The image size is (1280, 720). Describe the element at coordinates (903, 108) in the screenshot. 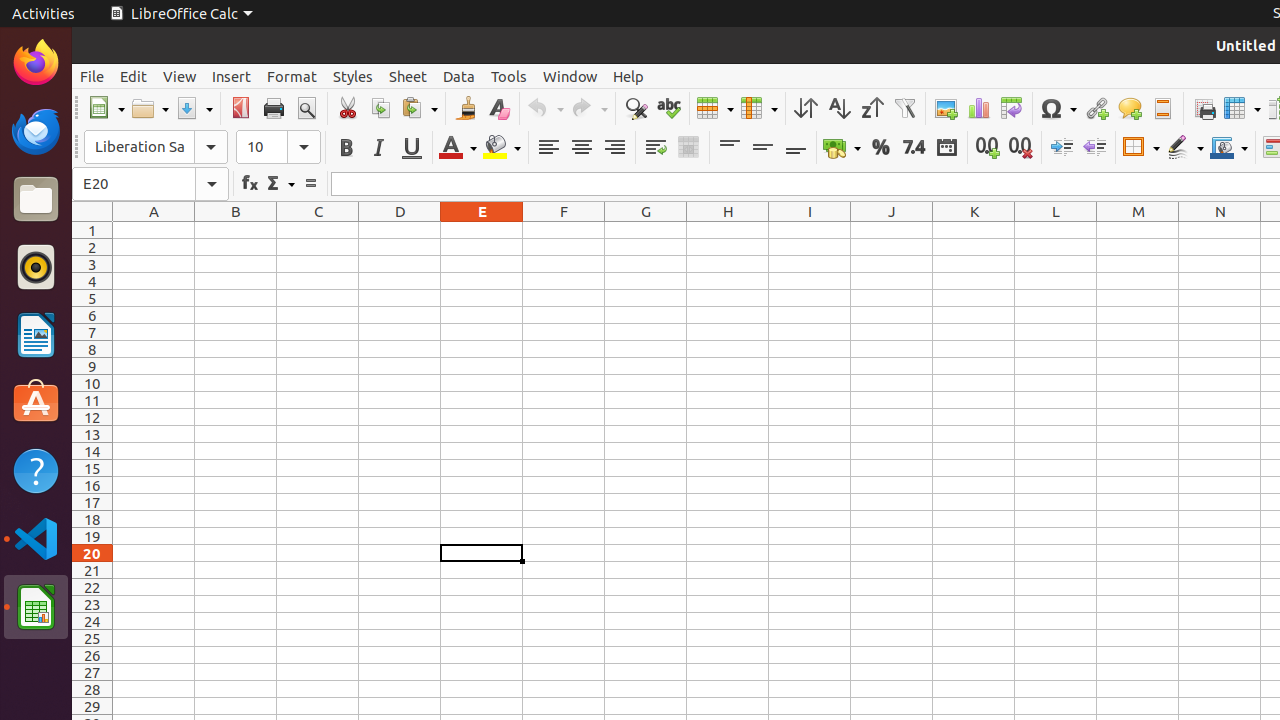

I see `'AutoFilter'` at that location.